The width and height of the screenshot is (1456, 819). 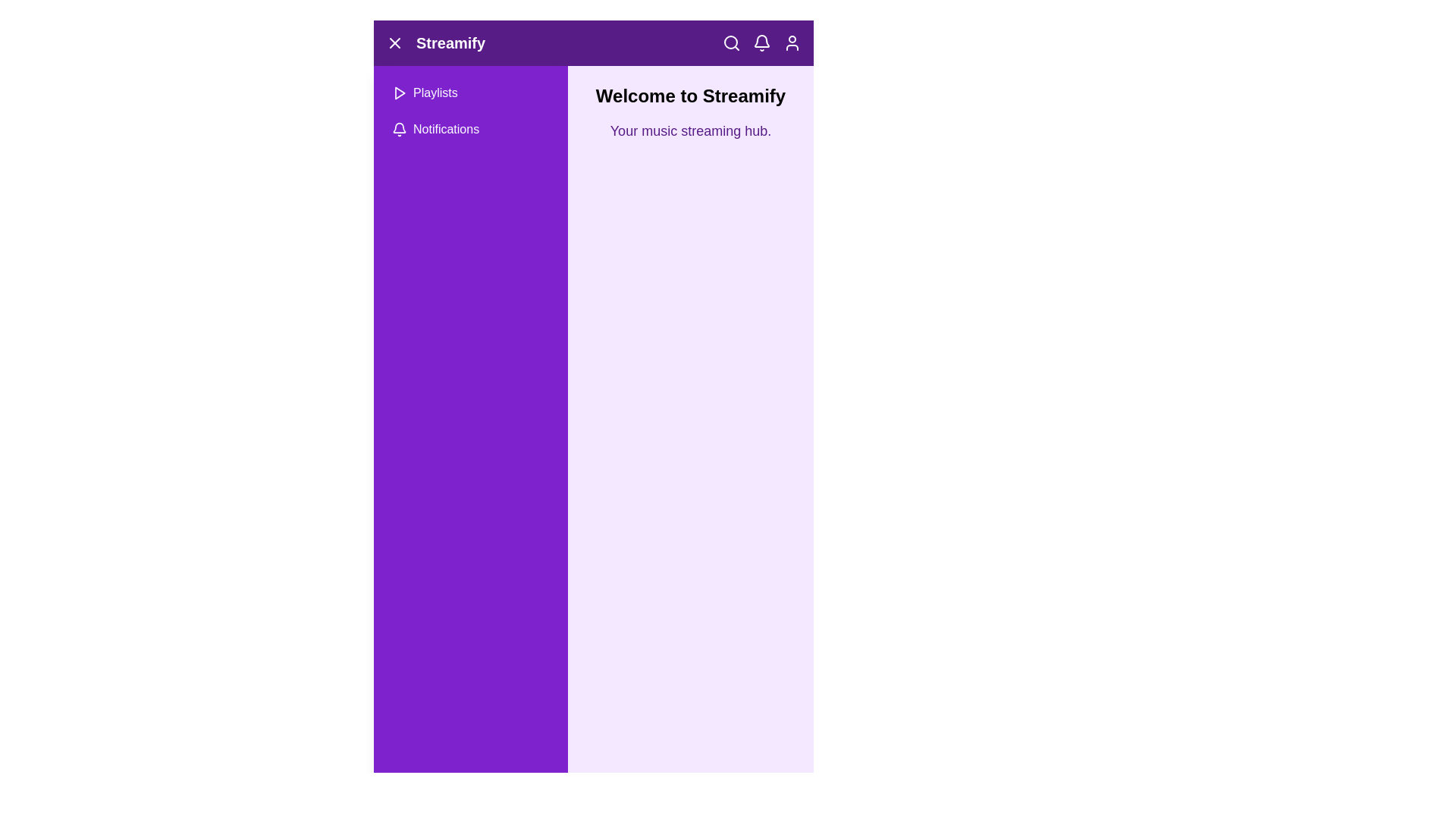 What do you see at coordinates (445, 128) in the screenshot?
I see `the Notifications text label in the collapsible side menu, which is the second menu item following Playlists` at bounding box center [445, 128].